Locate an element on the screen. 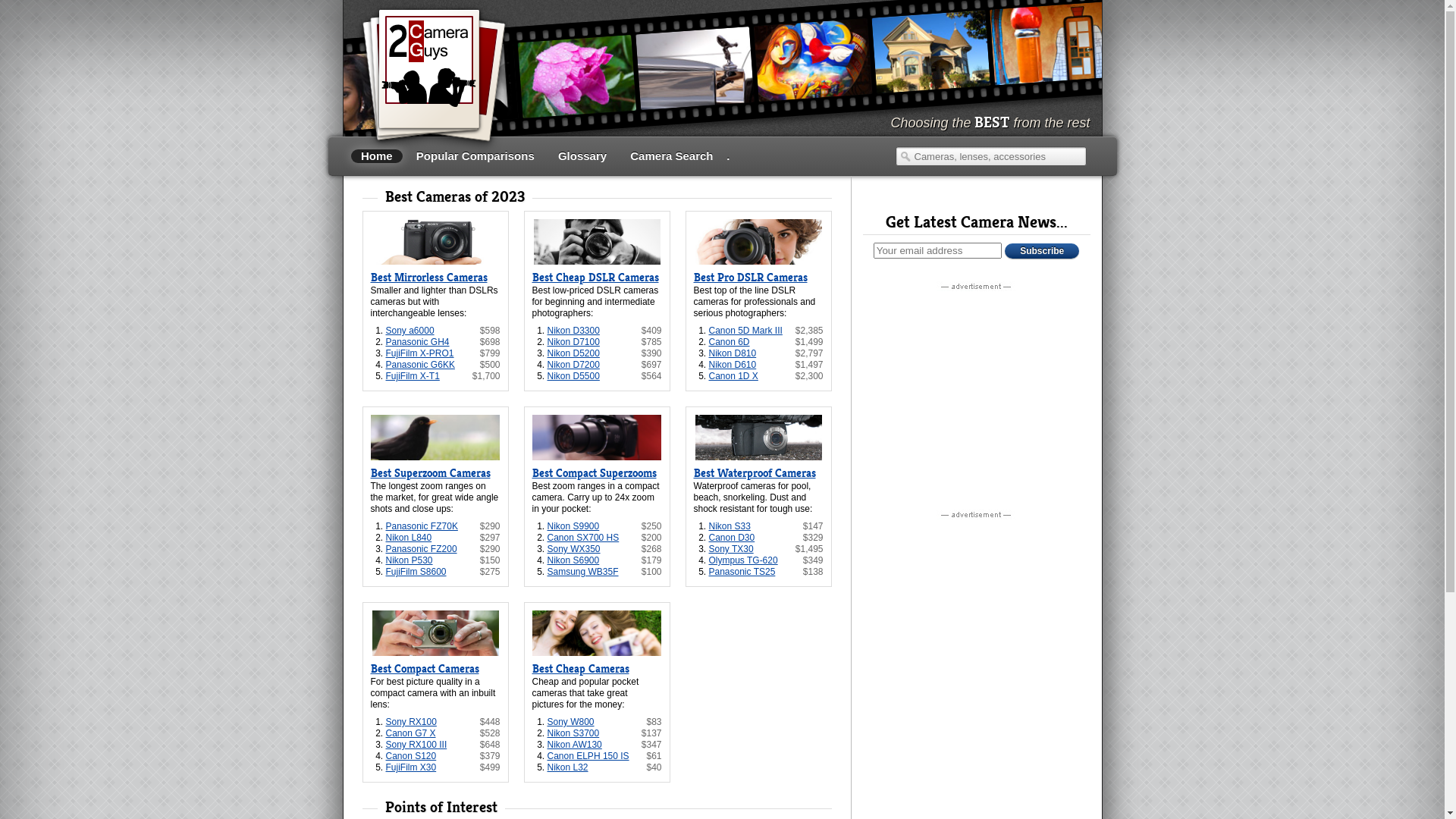  'FujiFilm X30' is located at coordinates (385, 767).